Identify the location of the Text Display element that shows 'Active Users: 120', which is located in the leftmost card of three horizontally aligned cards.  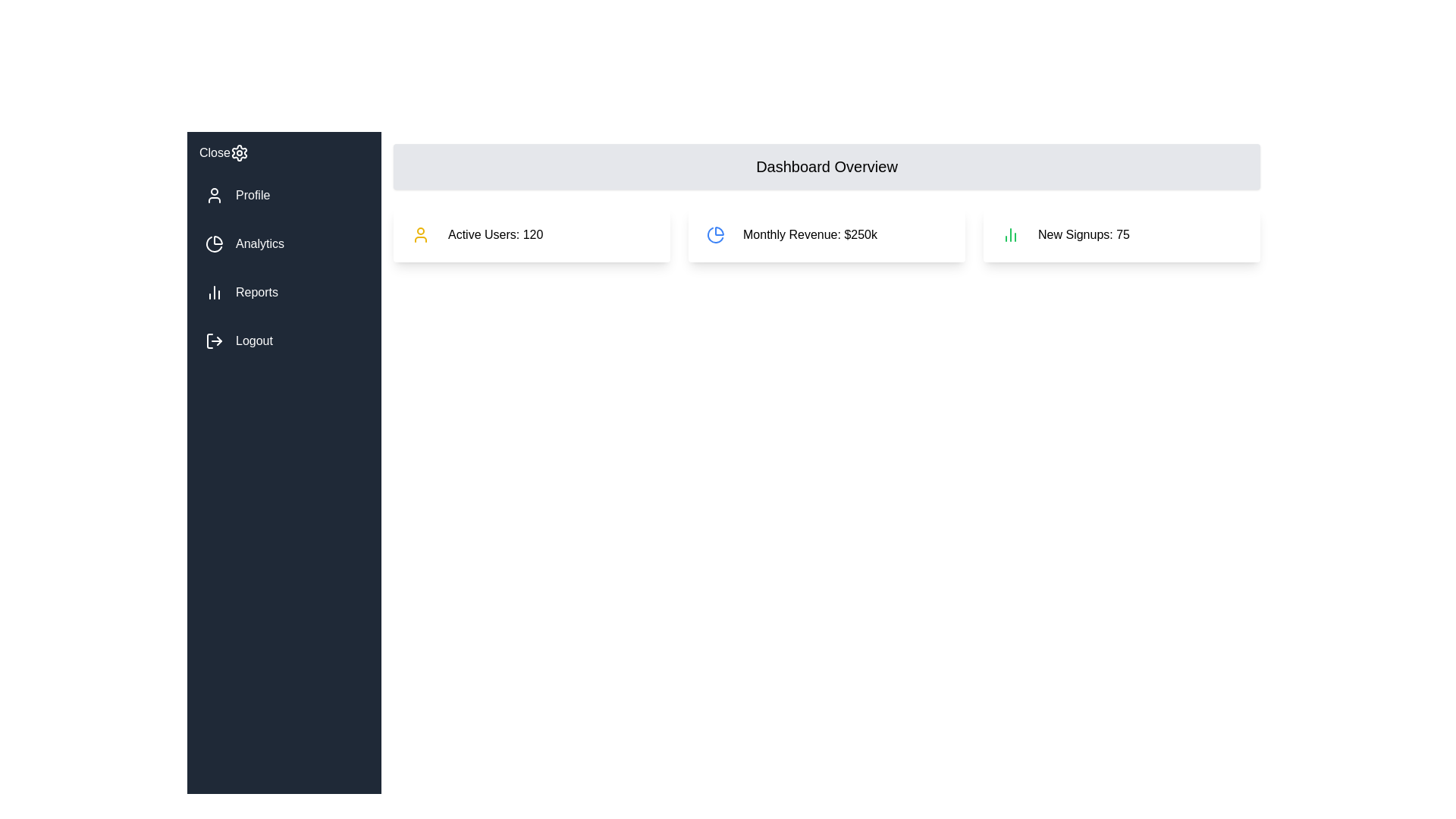
(495, 234).